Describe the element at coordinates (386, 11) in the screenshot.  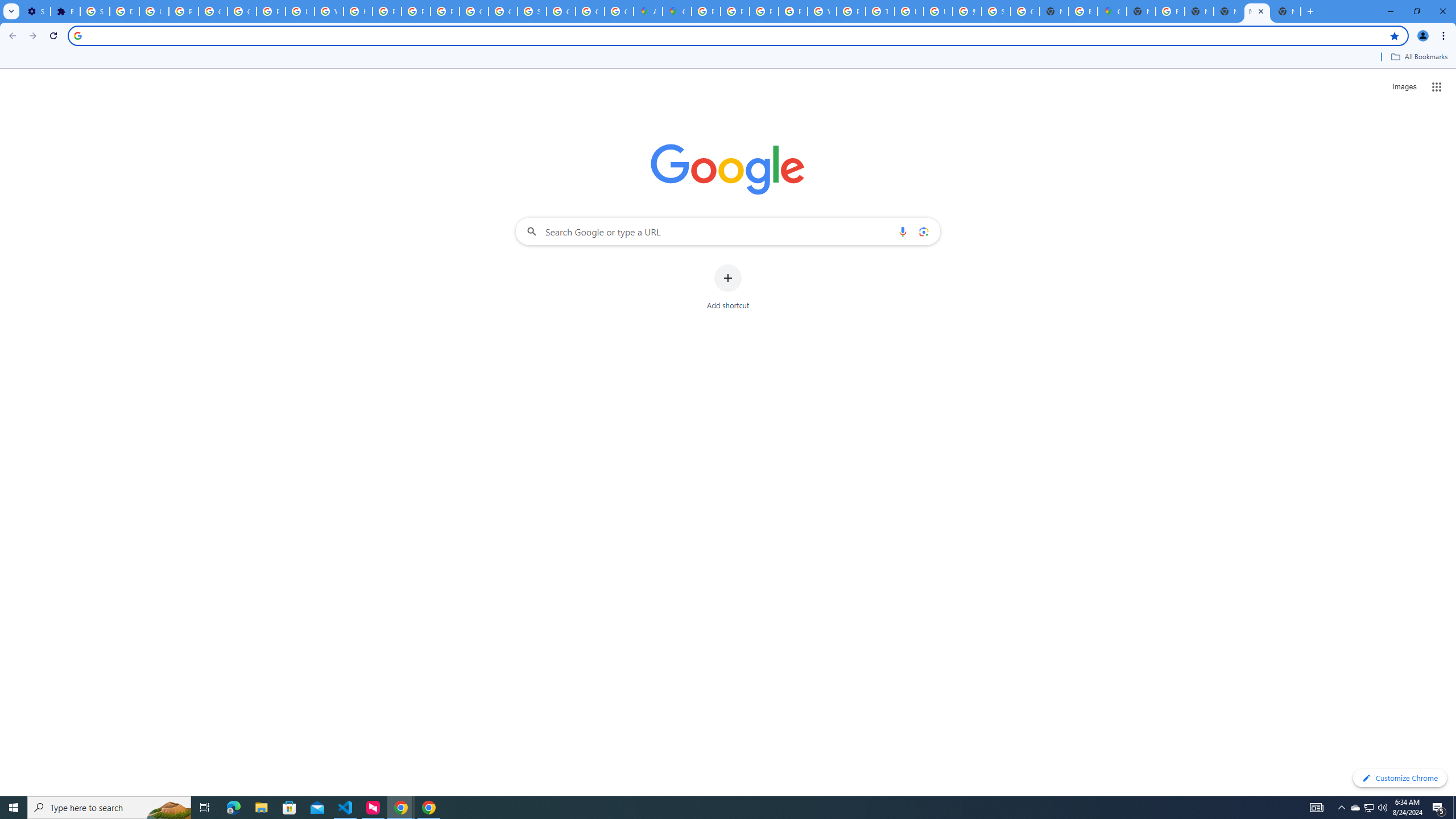
I see `'Privacy Help Center - Policies Help'` at that location.